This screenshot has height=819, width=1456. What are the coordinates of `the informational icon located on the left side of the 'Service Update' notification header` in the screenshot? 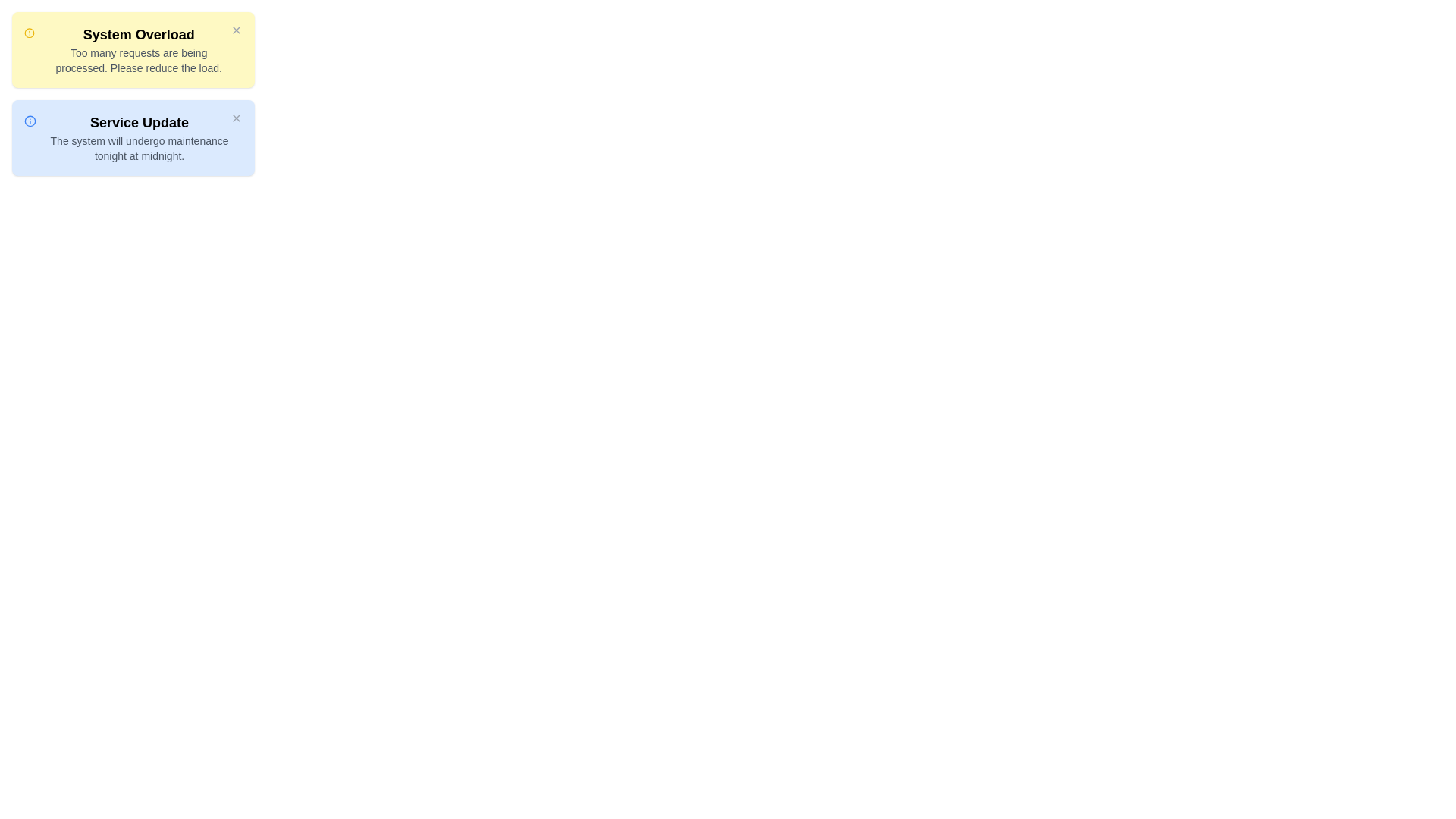 It's located at (30, 120).